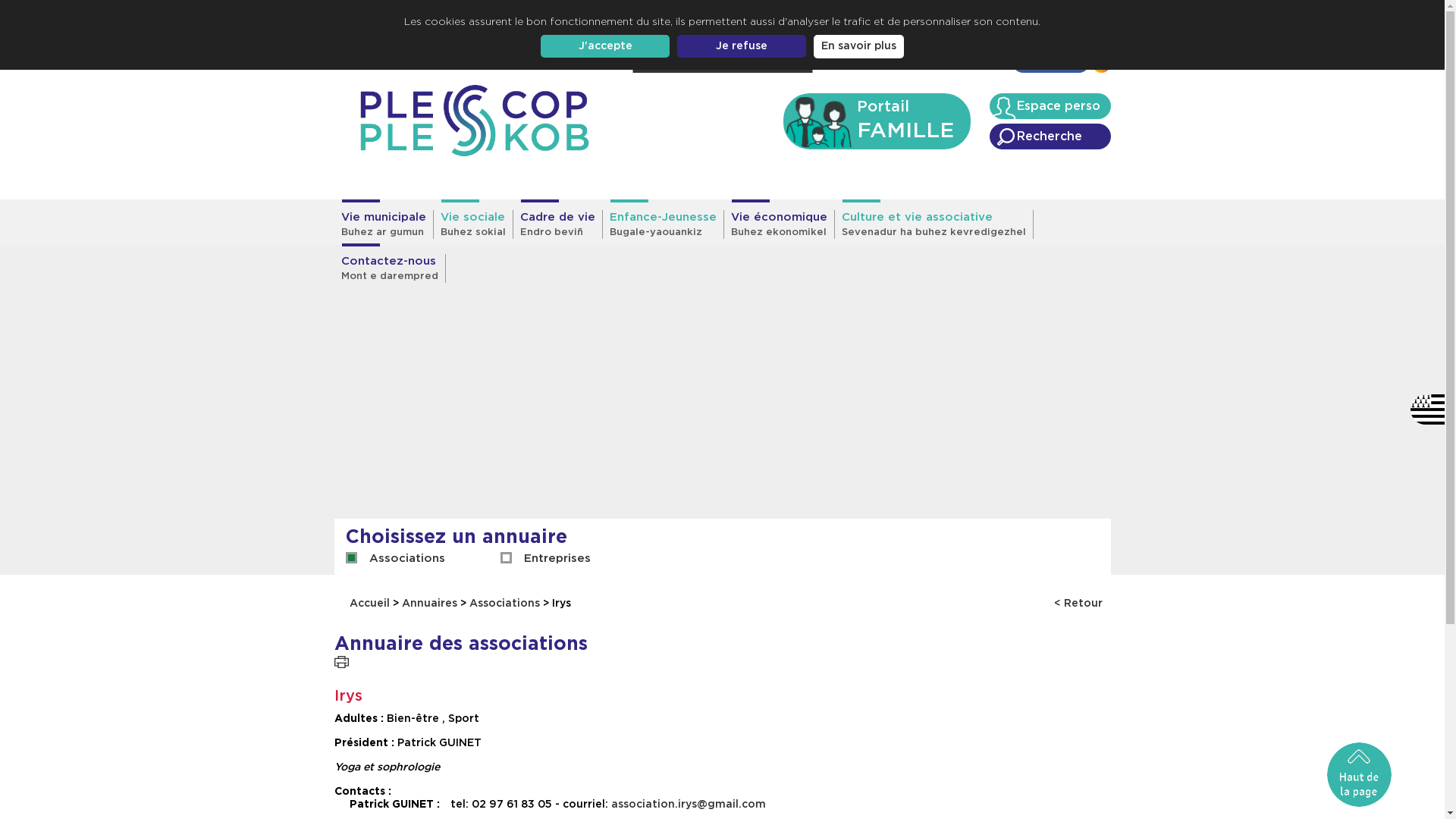 The image size is (1456, 819). Describe the element at coordinates (833, 224) in the screenshot. I see `'Culture et vie associative` at that location.